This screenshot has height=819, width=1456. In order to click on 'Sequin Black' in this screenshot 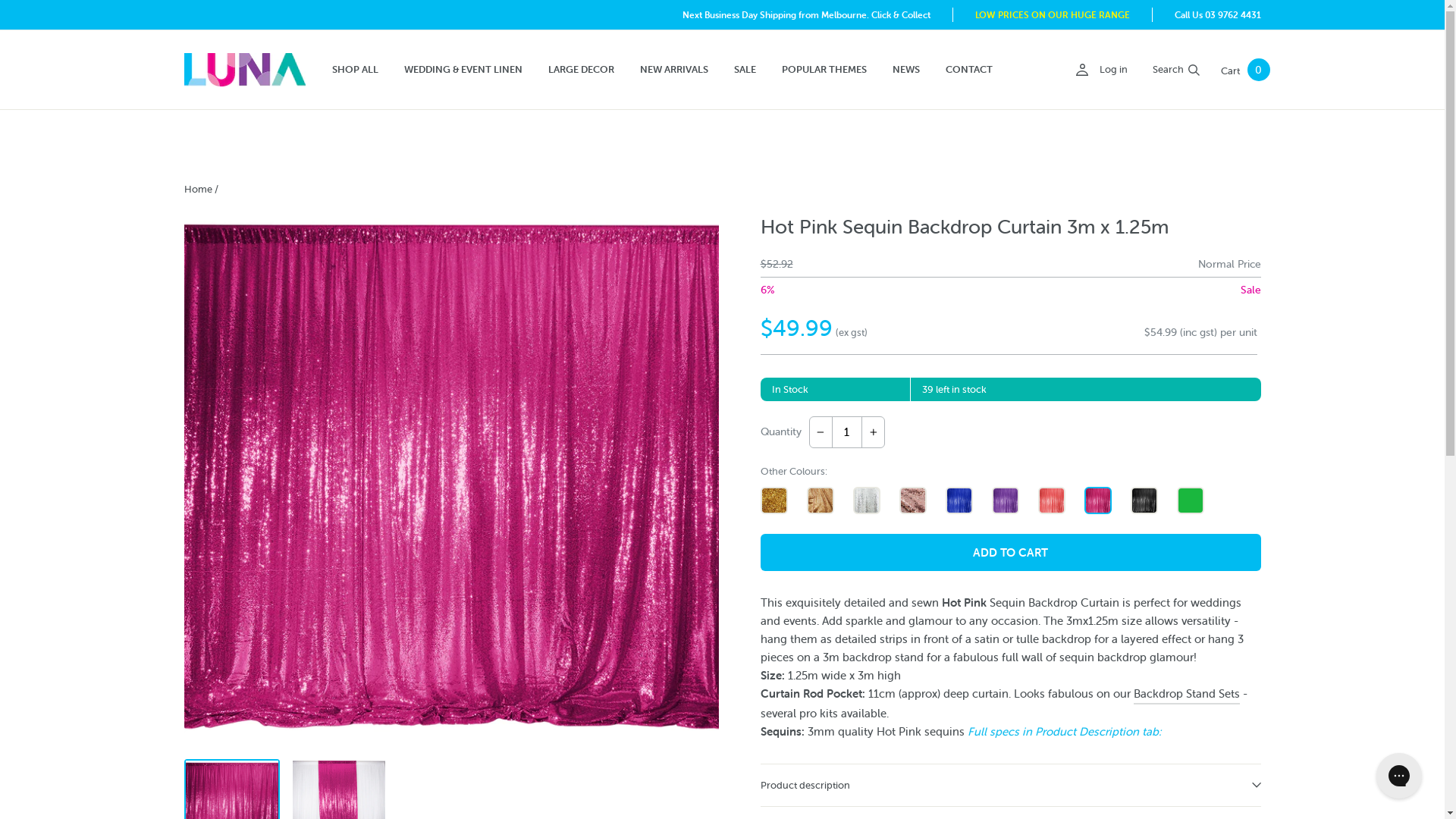, I will do `click(1143, 500)`.